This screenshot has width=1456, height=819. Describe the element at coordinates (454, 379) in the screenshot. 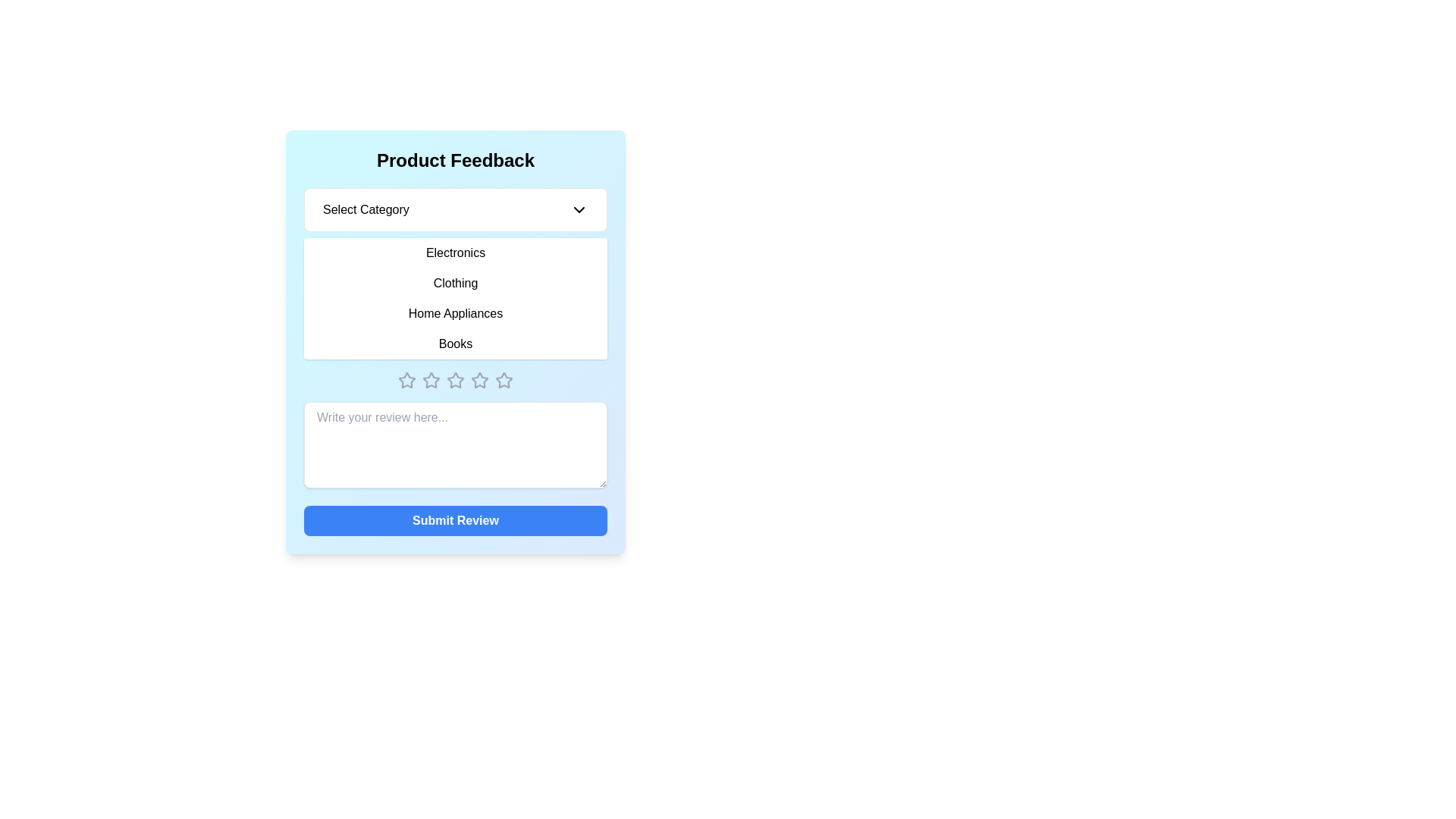

I see `the third star rating icon in the feedback form` at that location.